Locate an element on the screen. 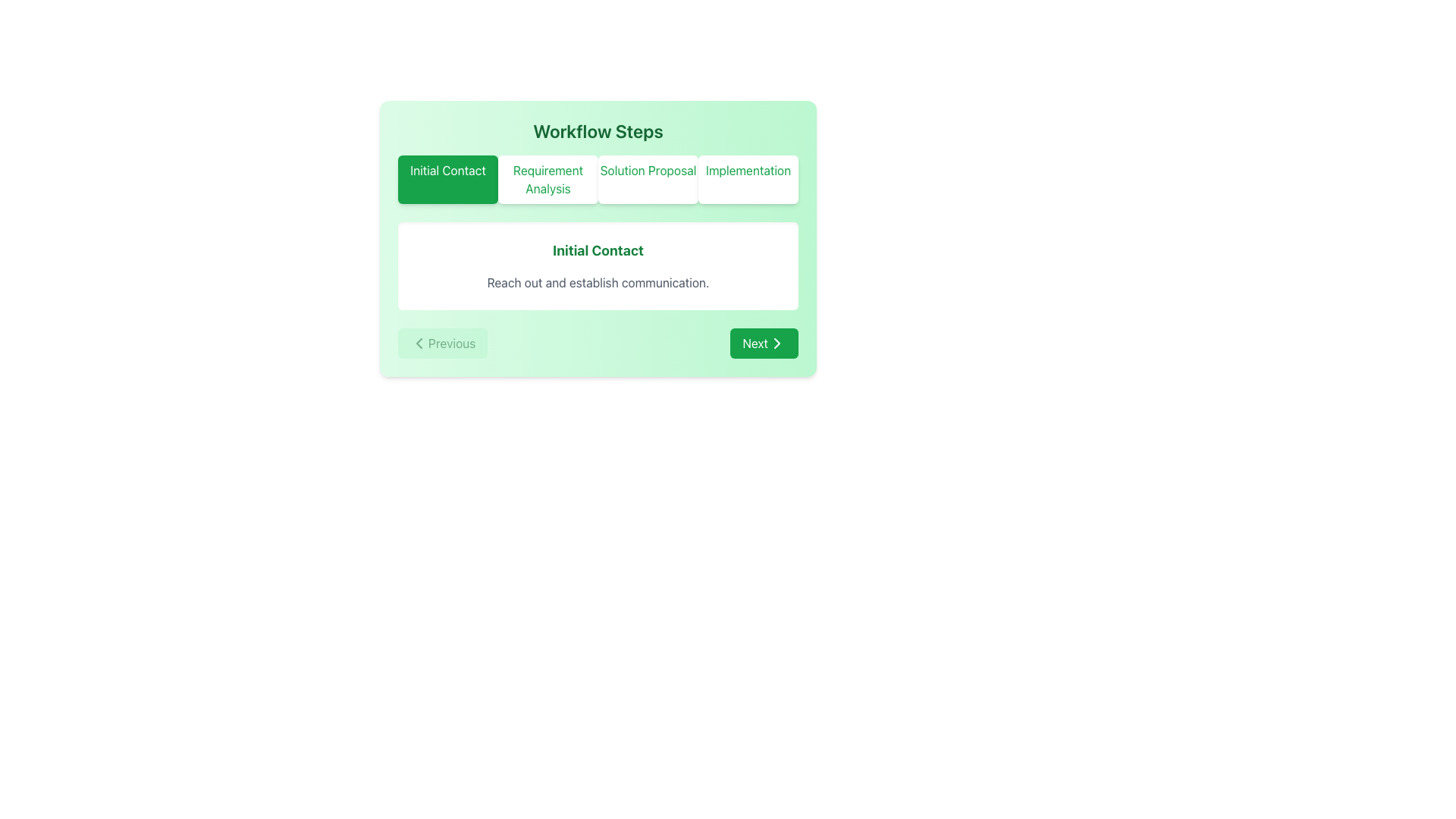 The width and height of the screenshot is (1456, 819). the 'Previous' button which contains the backward navigation icon to go to the previous step is located at coordinates (419, 343).